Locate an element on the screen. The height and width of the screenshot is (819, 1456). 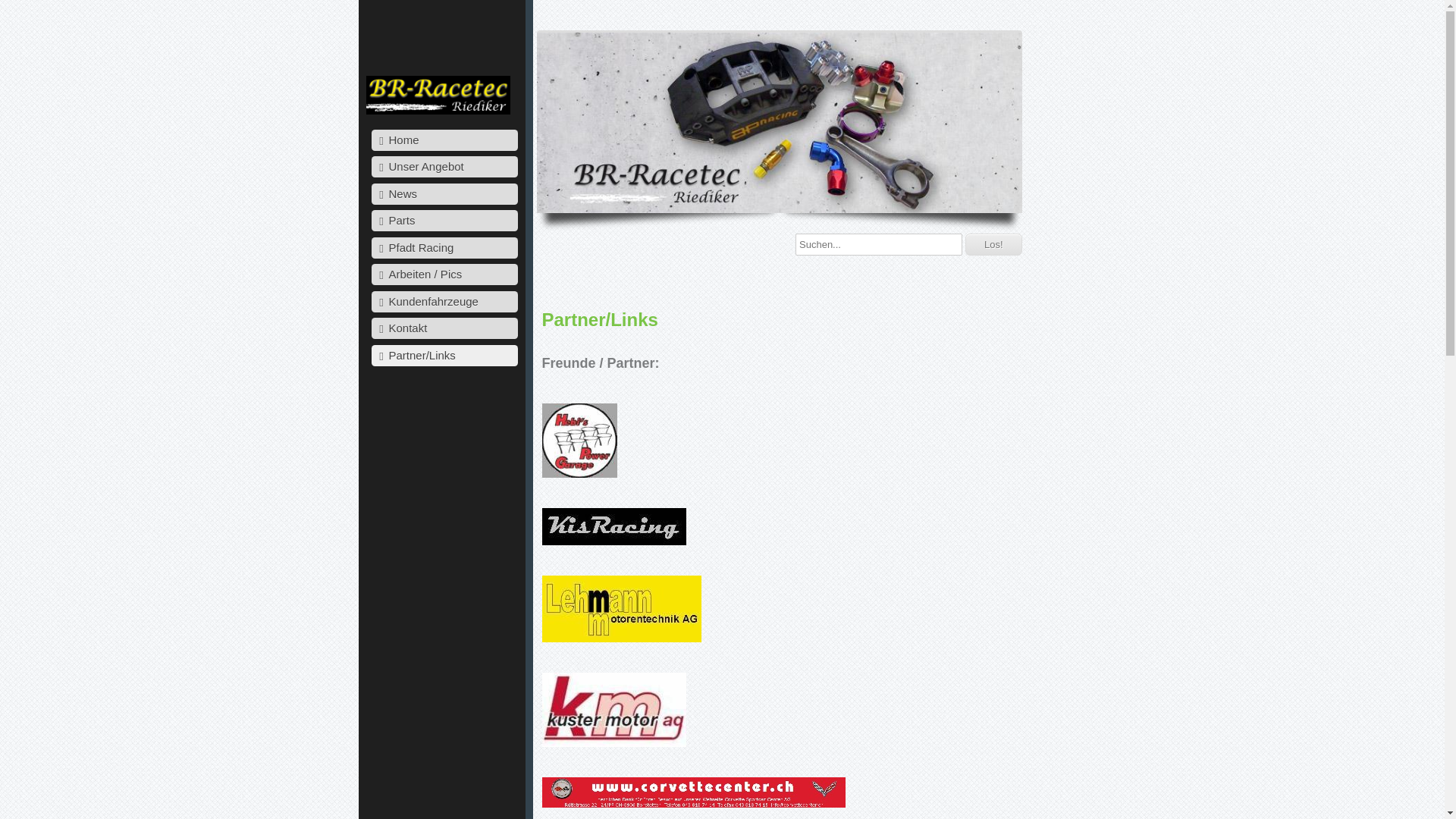
'Kontakt' is located at coordinates (444, 327).